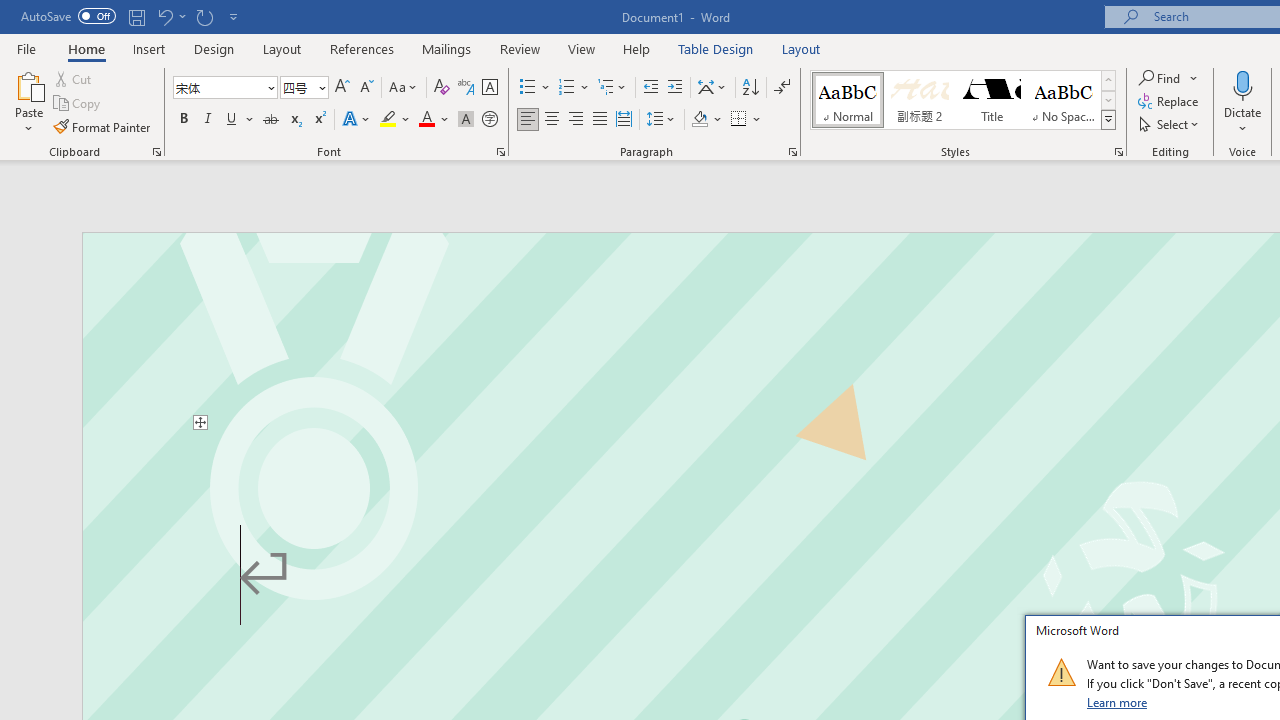 Image resolution: width=1280 pixels, height=720 pixels. I want to click on 'Replace...', so click(1169, 101).